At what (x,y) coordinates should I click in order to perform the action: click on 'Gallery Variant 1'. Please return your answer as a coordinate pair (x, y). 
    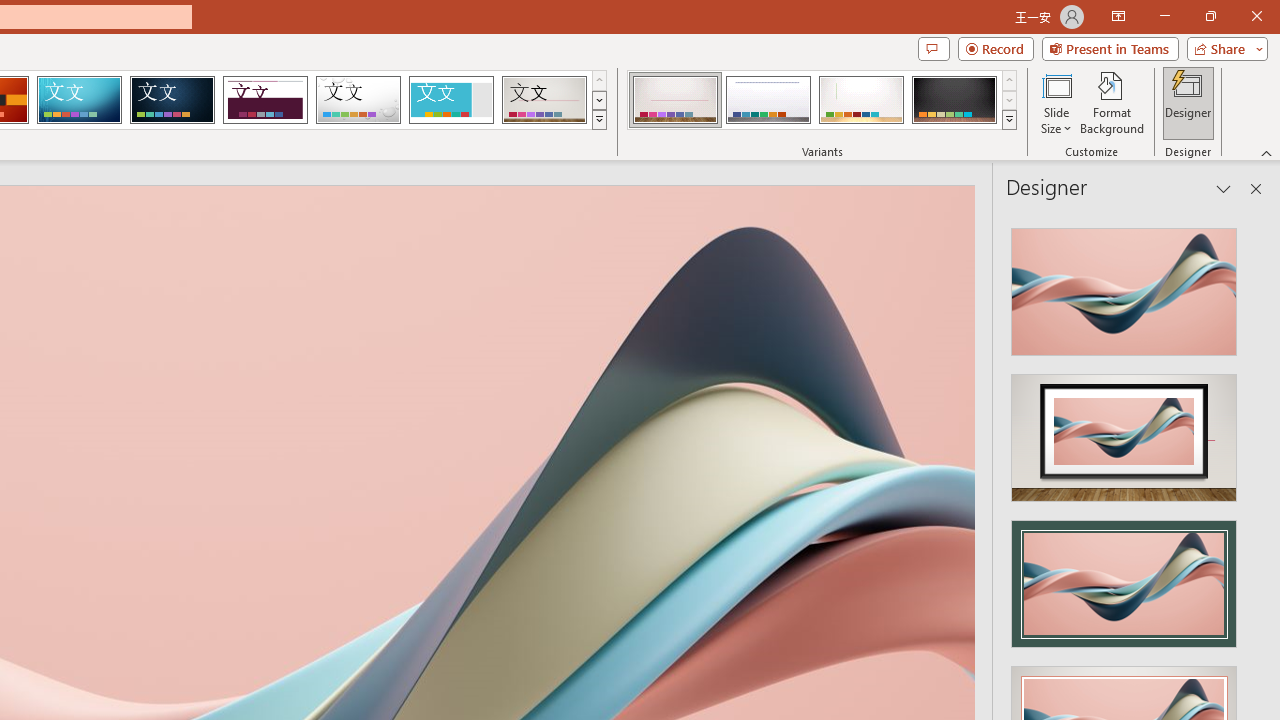
    Looking at the image, I should click on (675, 100).